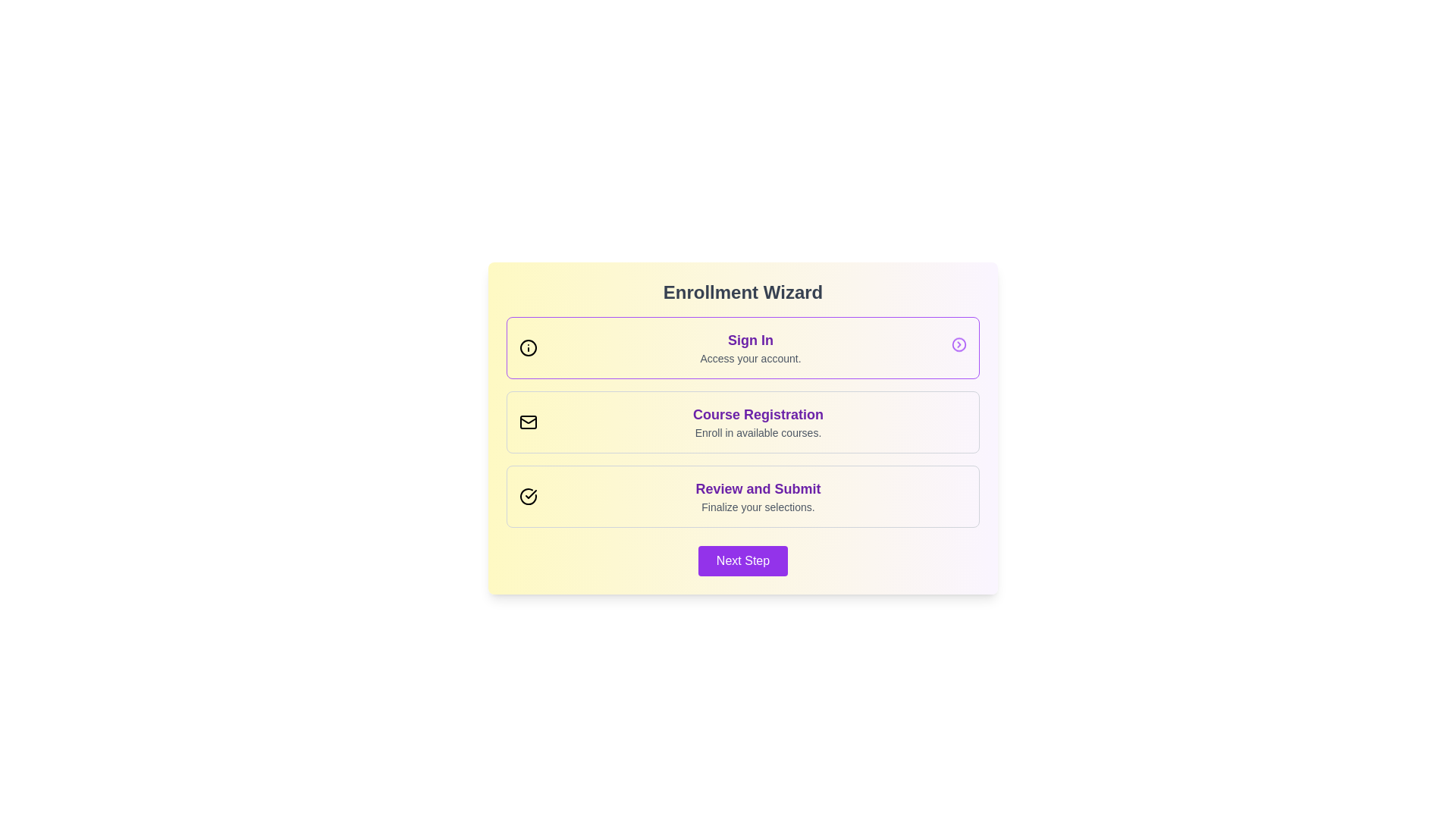  Describe the element at coordinates (758, 497) in the screenshot. I see `the text block that displays the final selection review step in the enrollment process, positioned between 'Course Registration' and the 'Next Step' button` at that location.